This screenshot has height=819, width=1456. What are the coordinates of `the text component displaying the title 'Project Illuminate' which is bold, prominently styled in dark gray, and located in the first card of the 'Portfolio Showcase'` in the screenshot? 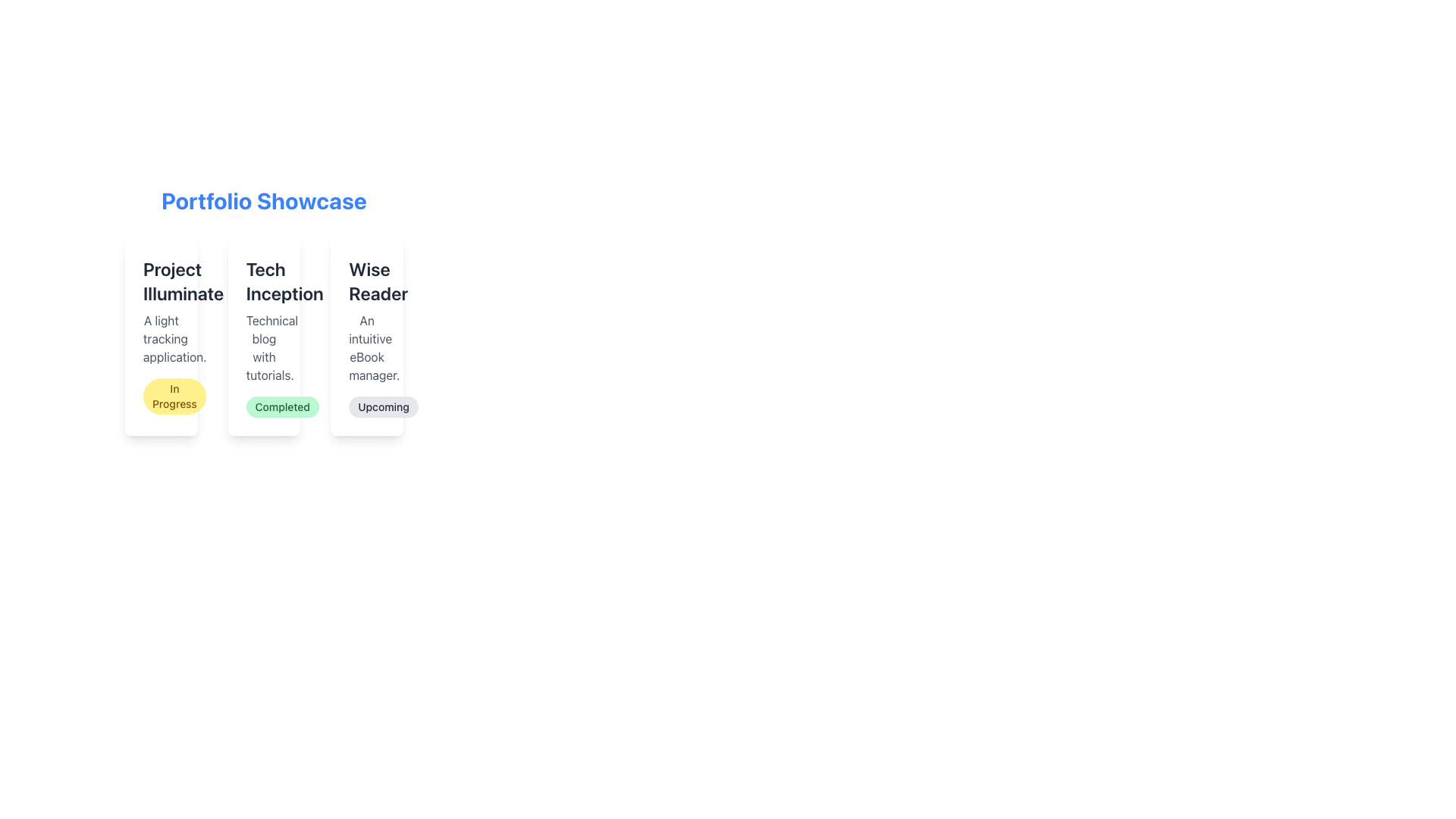 It's located at (161, 281).